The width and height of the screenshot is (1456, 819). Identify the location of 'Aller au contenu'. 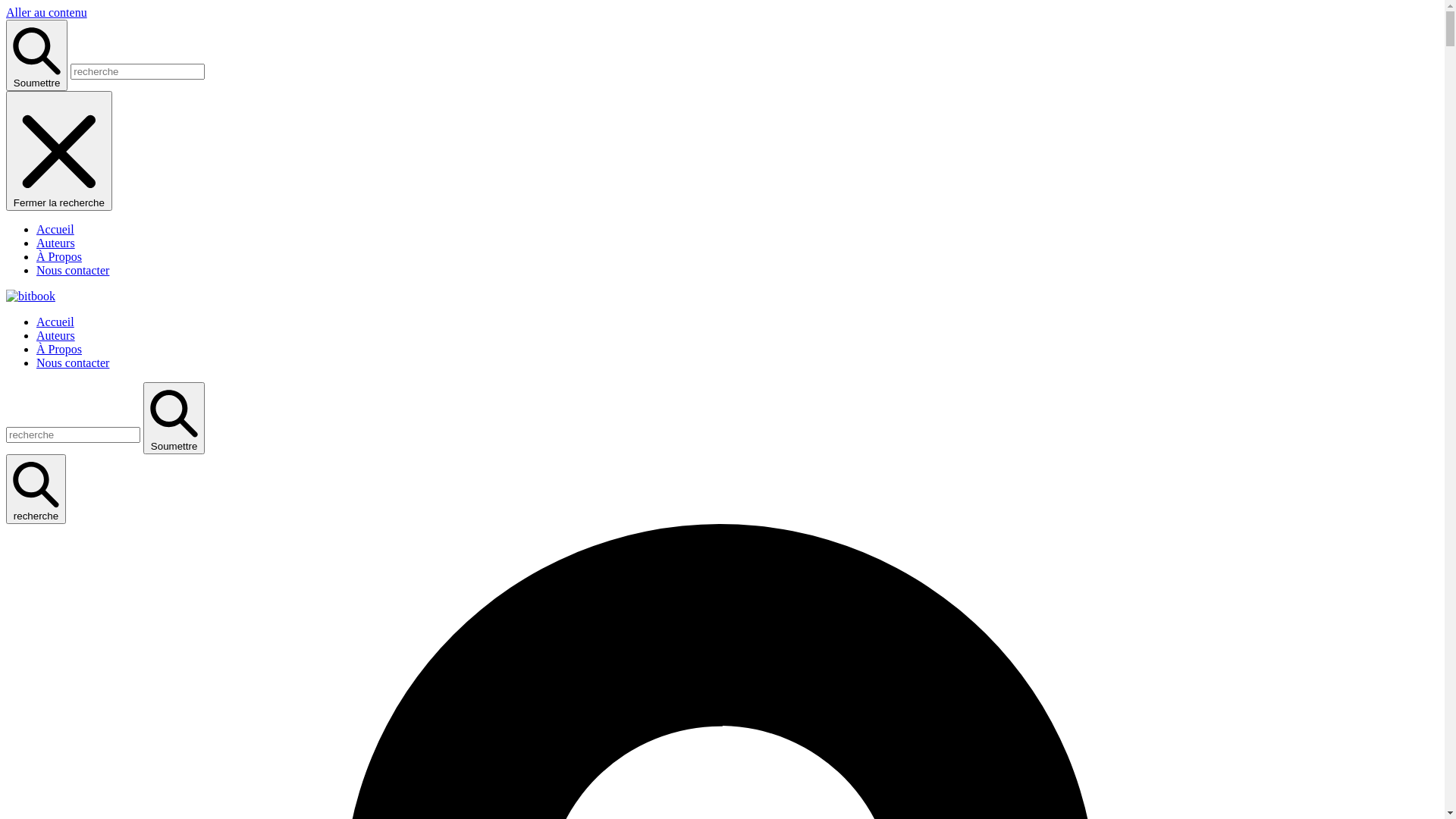
(46, 12).